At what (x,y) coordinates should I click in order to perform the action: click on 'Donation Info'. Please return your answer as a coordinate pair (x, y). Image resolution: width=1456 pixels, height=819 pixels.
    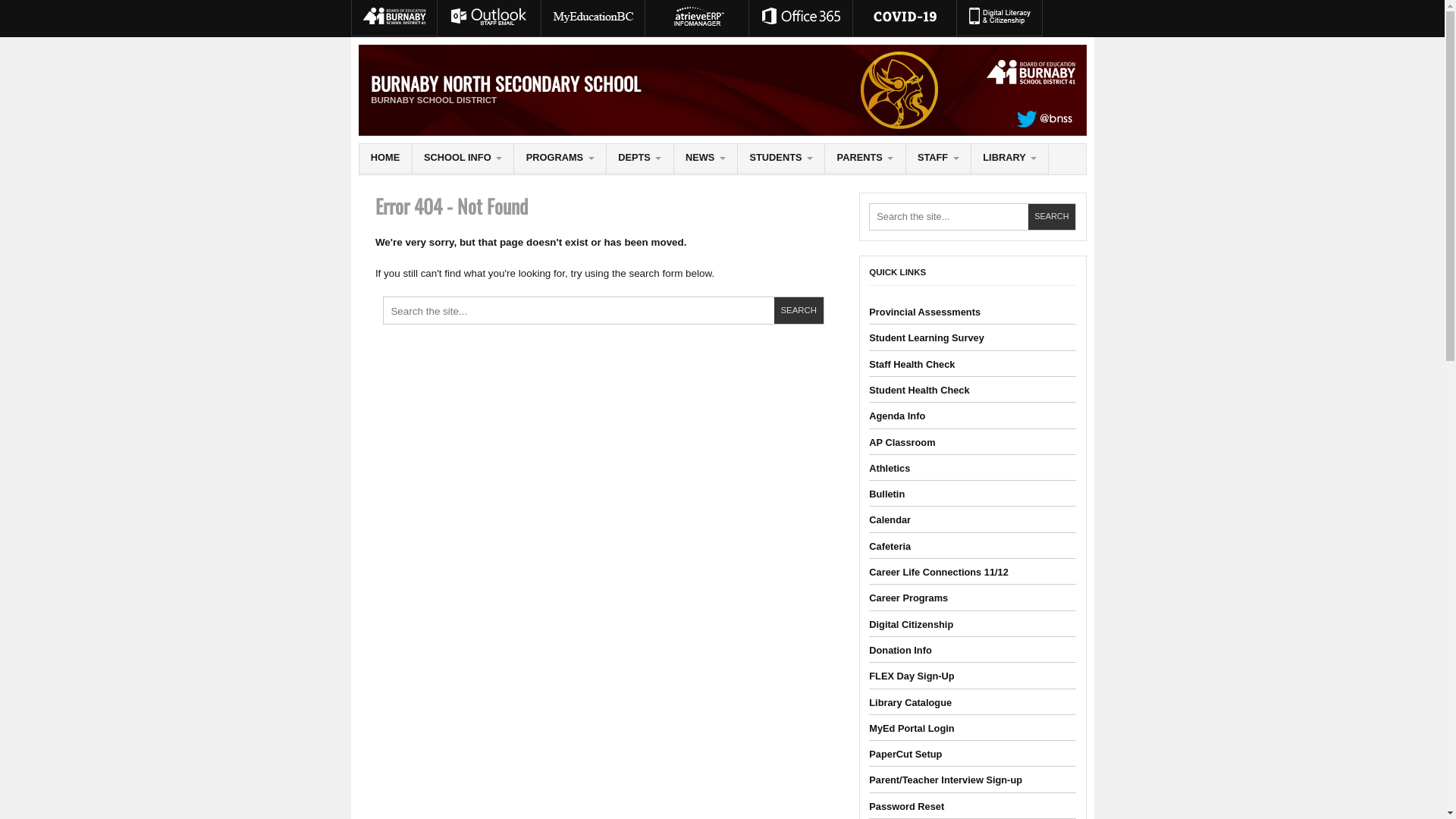
    Looking at the image, I should click on (899, 649).